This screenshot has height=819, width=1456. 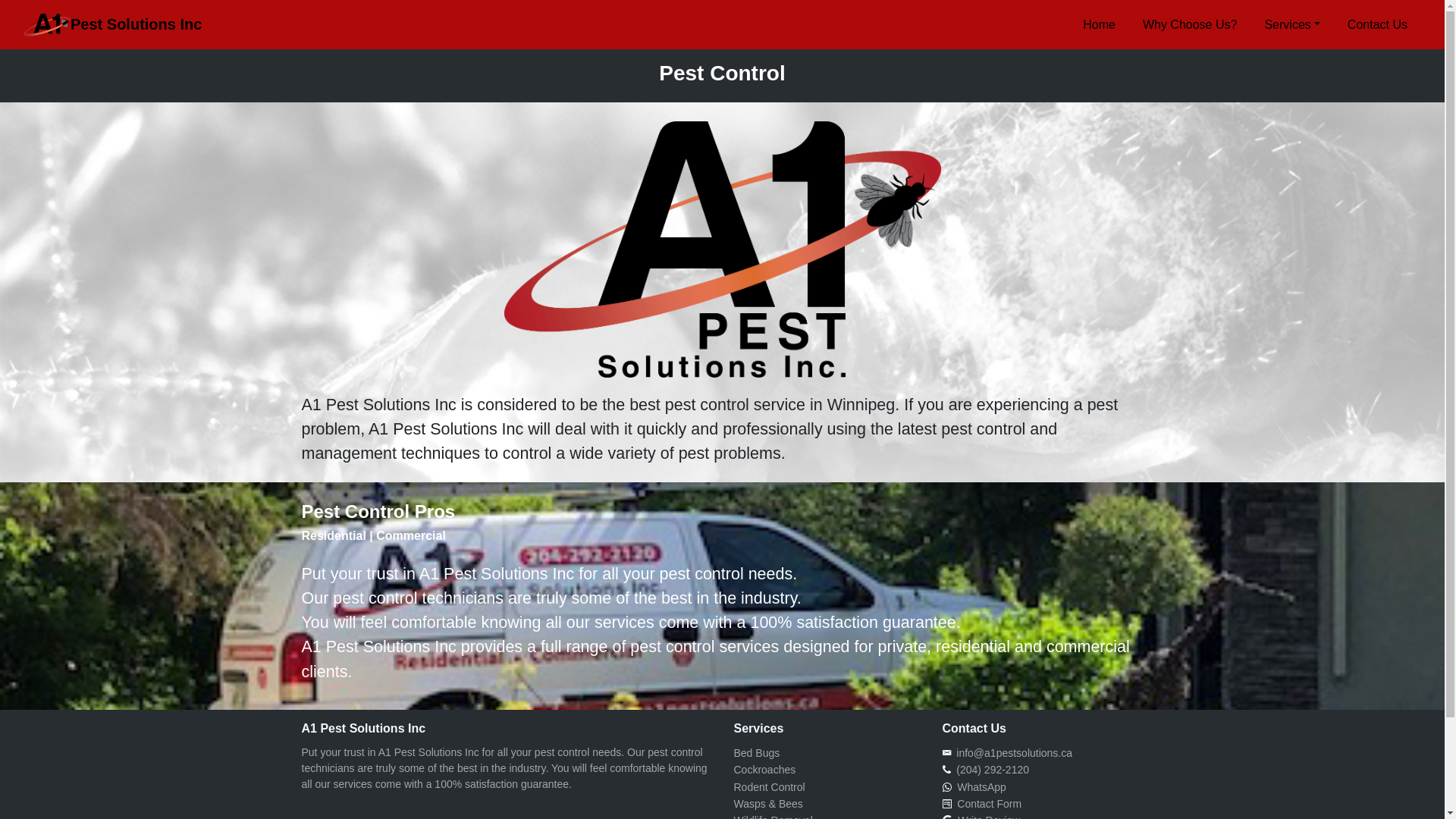 I want to click on 'Pest Solutions Inc', so click(x=111, y=25).